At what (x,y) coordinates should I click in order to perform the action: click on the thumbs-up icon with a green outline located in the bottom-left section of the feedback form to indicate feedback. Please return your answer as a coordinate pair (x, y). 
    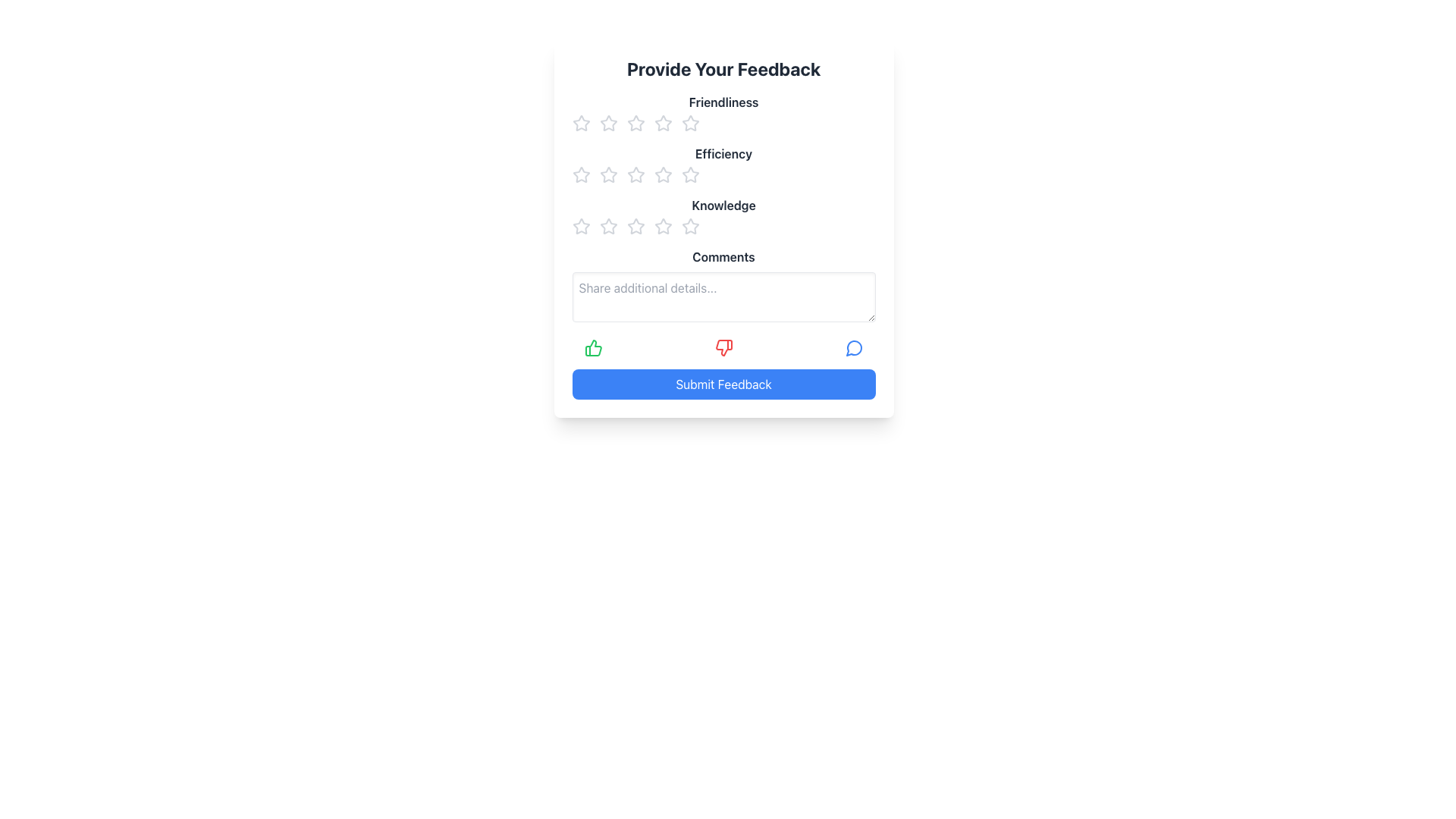
    Looking at the image, I should click on (592, 348).